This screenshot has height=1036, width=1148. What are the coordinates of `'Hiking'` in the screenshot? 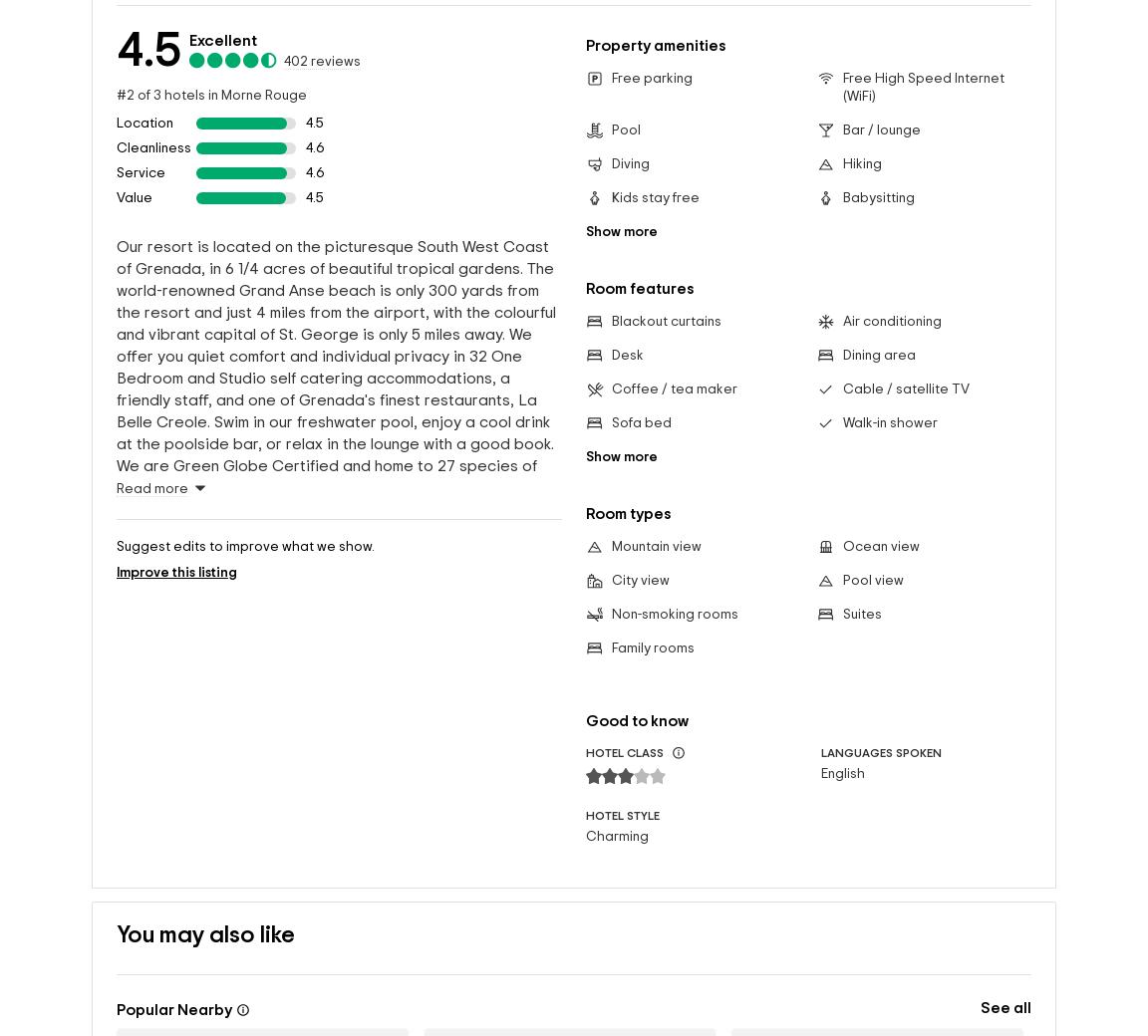 It's located at (841, 164).